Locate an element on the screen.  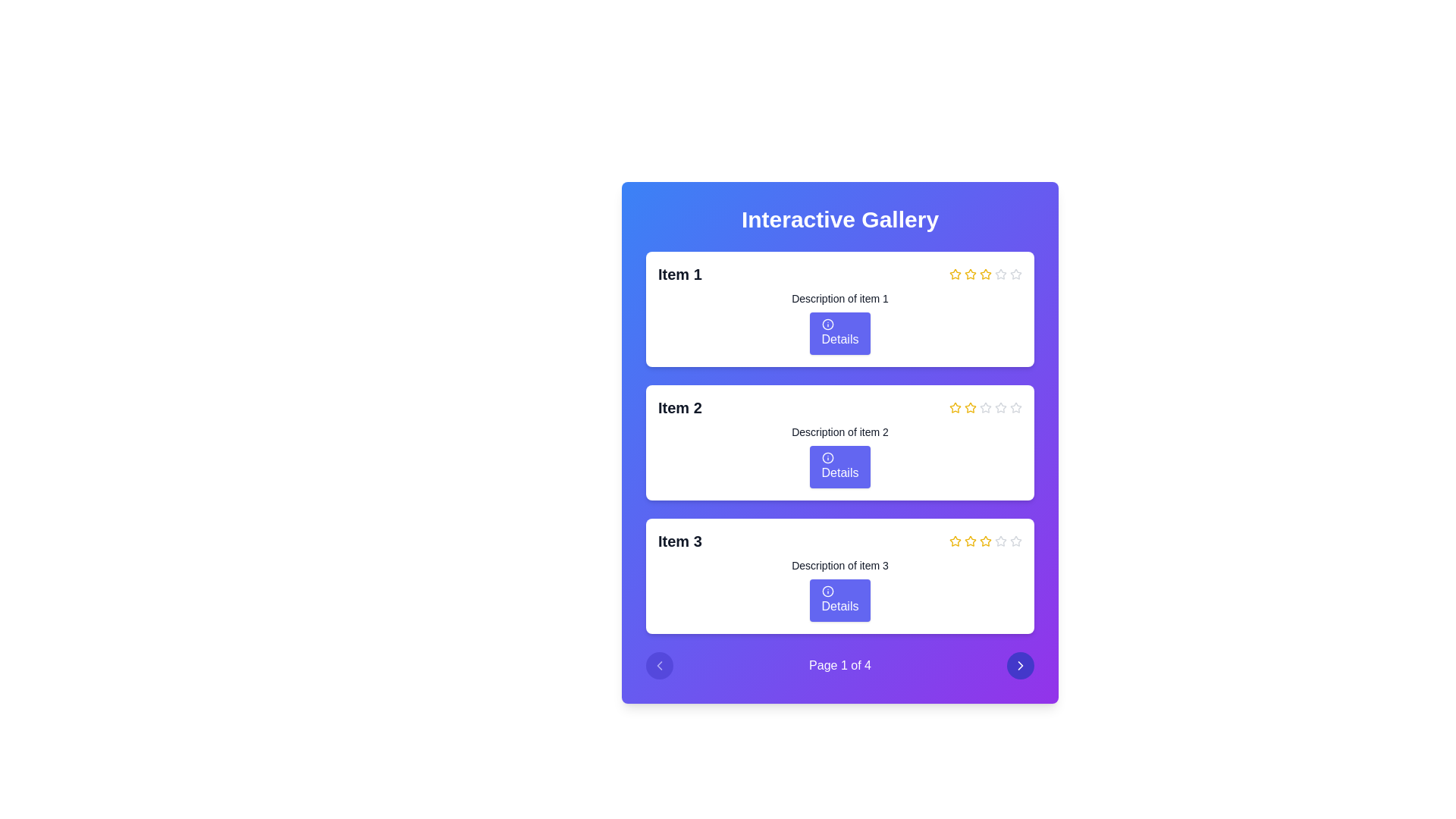
the informational text label for 'Item 1', which is located below the 'Item 1' headline and above the 'Details' button is located at coordinates (839, 298).